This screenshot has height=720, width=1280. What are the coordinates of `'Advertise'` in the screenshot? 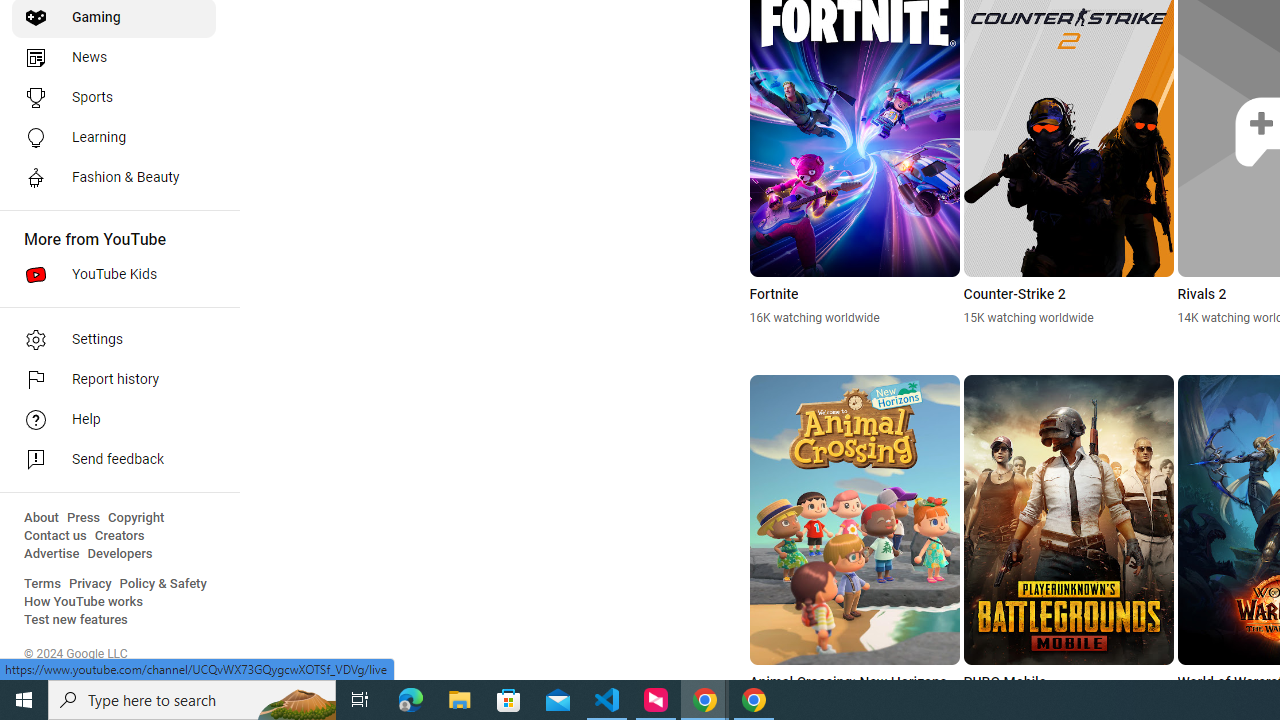 It's located at (51, 554).